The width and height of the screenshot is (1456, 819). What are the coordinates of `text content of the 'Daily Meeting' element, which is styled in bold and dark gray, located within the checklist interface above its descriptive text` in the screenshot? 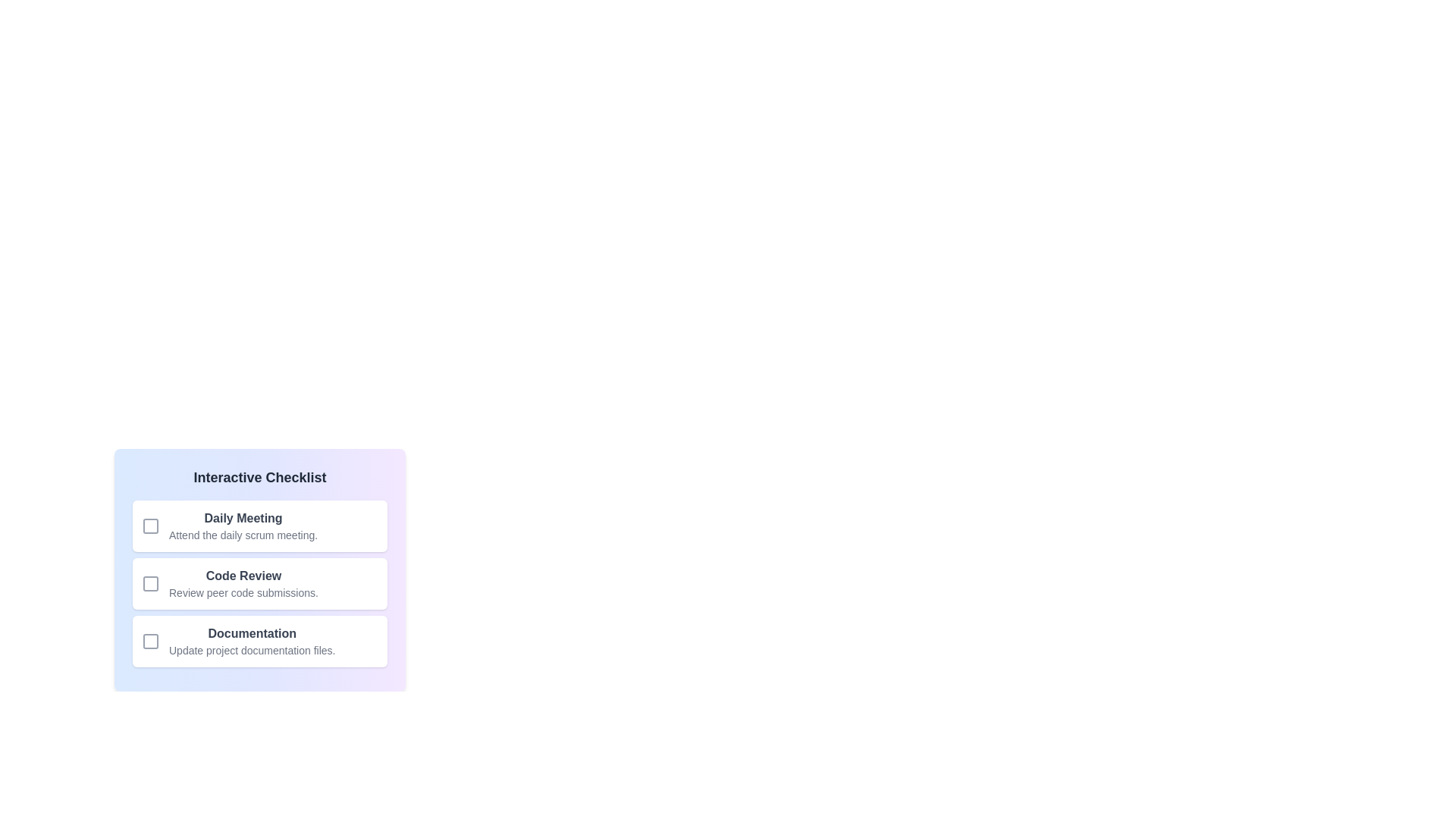 It's located at (243, 517).